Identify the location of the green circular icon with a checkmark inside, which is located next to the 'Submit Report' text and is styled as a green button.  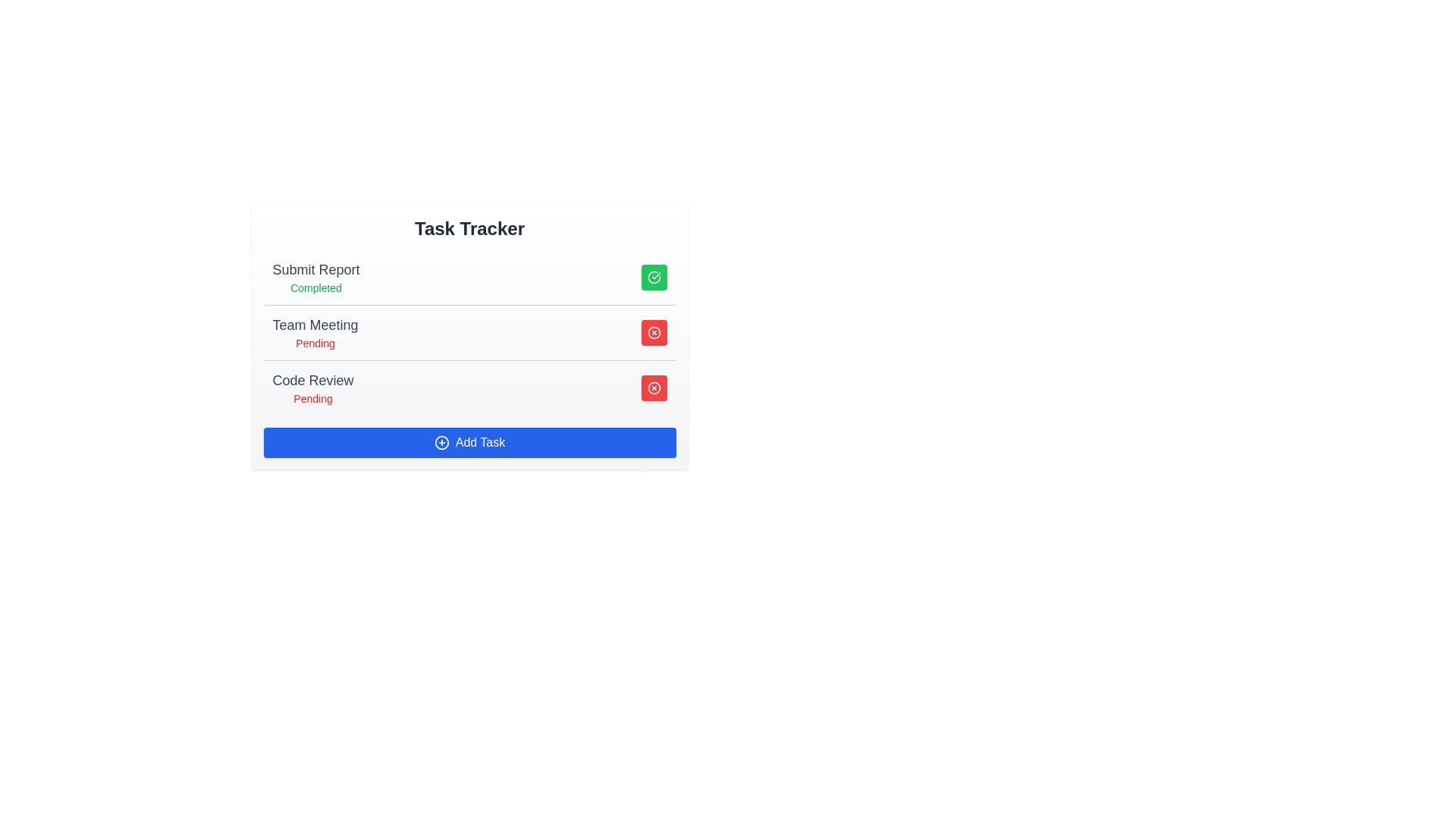
(654, 278).